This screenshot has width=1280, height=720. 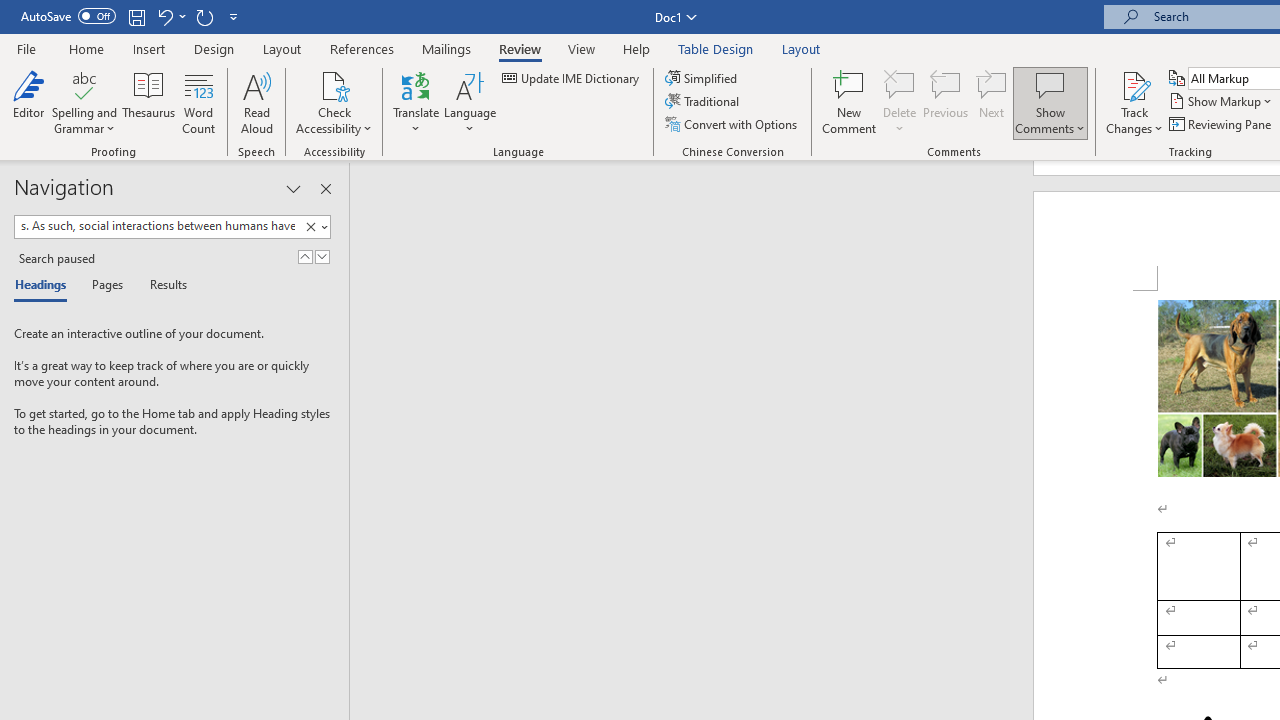 I want to click on 'Thesaurus...', so click(x=148, y=103).